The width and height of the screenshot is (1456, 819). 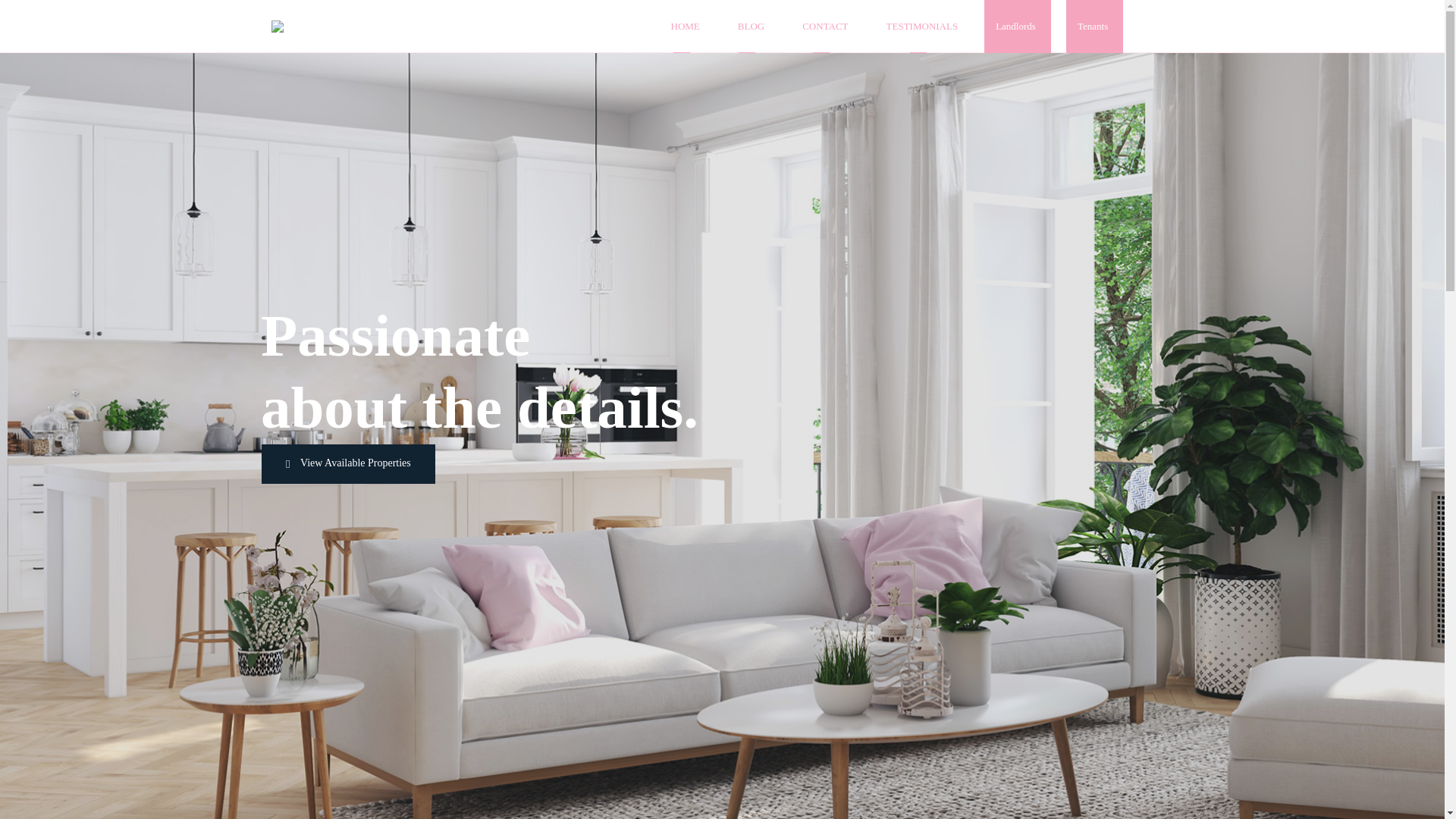 What do you see at coordinates (751, 26) in the screenshot?
I see `'BLOG'` at bounding box center [751, 26].